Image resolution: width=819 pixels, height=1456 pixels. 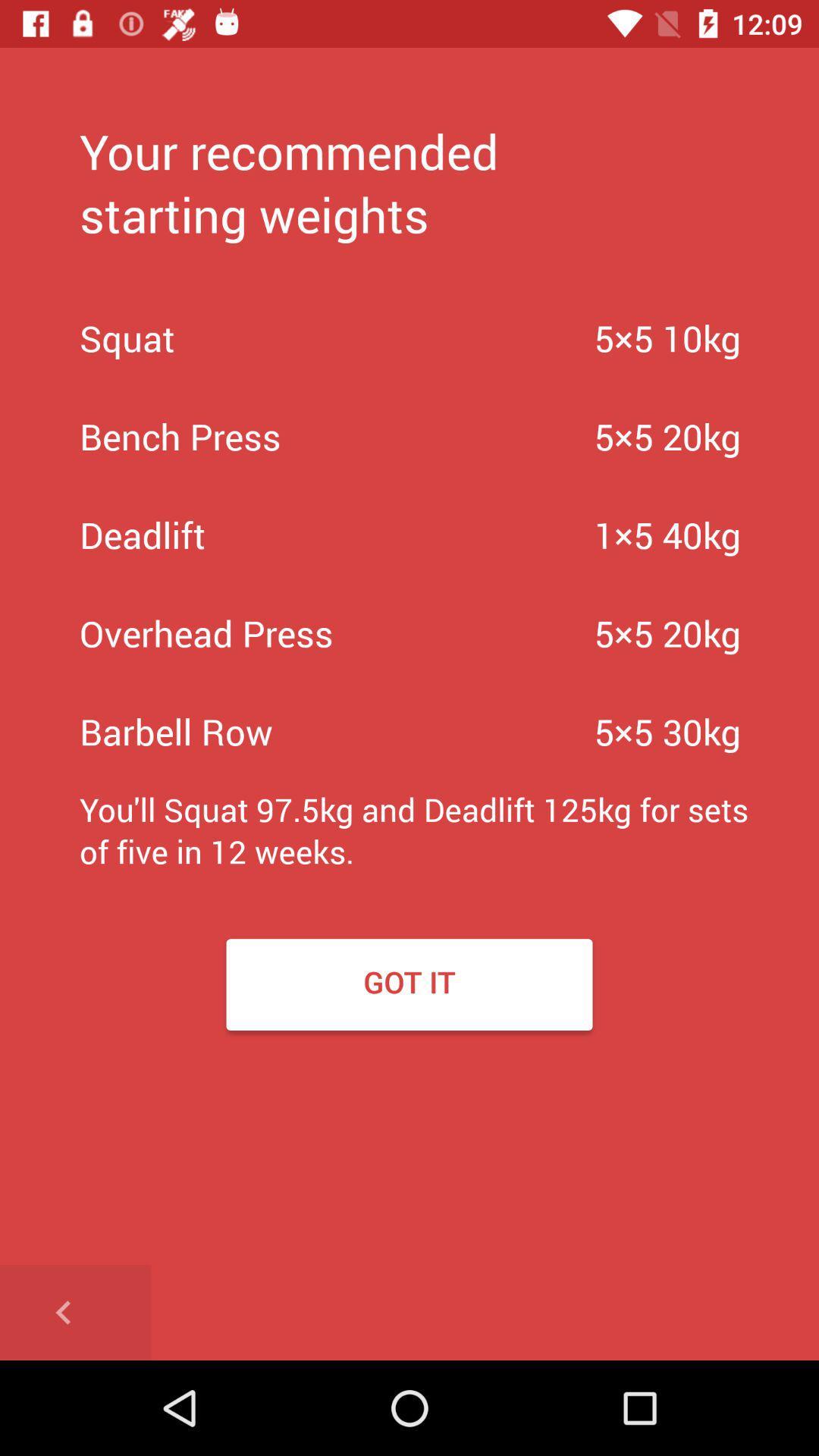 I want to click on icon below the you ll squat, so click(x=75, y=1312).